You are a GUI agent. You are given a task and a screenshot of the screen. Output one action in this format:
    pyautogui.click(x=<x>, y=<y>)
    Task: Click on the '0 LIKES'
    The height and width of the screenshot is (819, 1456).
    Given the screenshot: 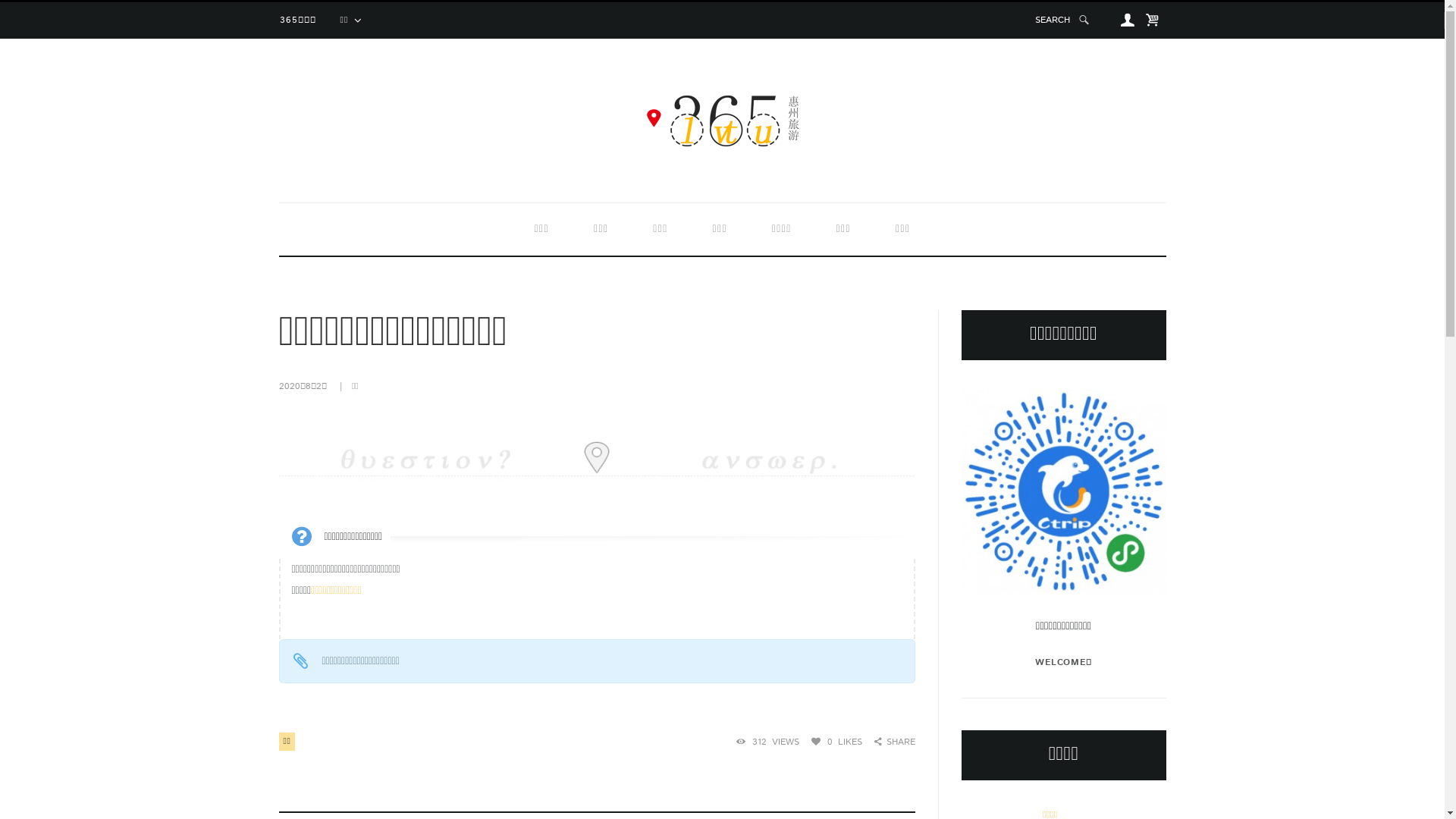 What is the action you would take?
    pyautogui.click(x=836, y=741)
    